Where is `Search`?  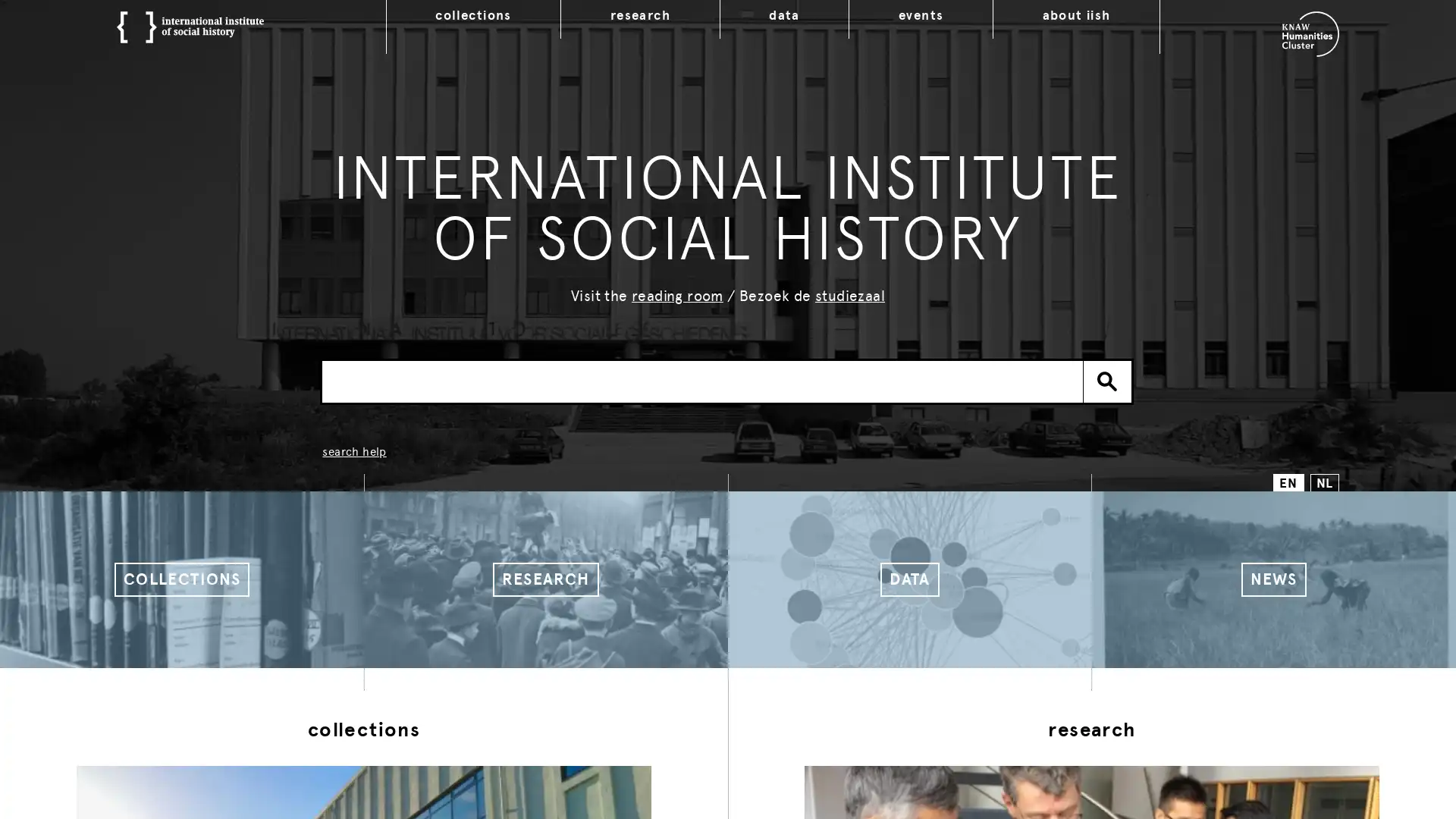 Search is located at coordinates (1107, 380).